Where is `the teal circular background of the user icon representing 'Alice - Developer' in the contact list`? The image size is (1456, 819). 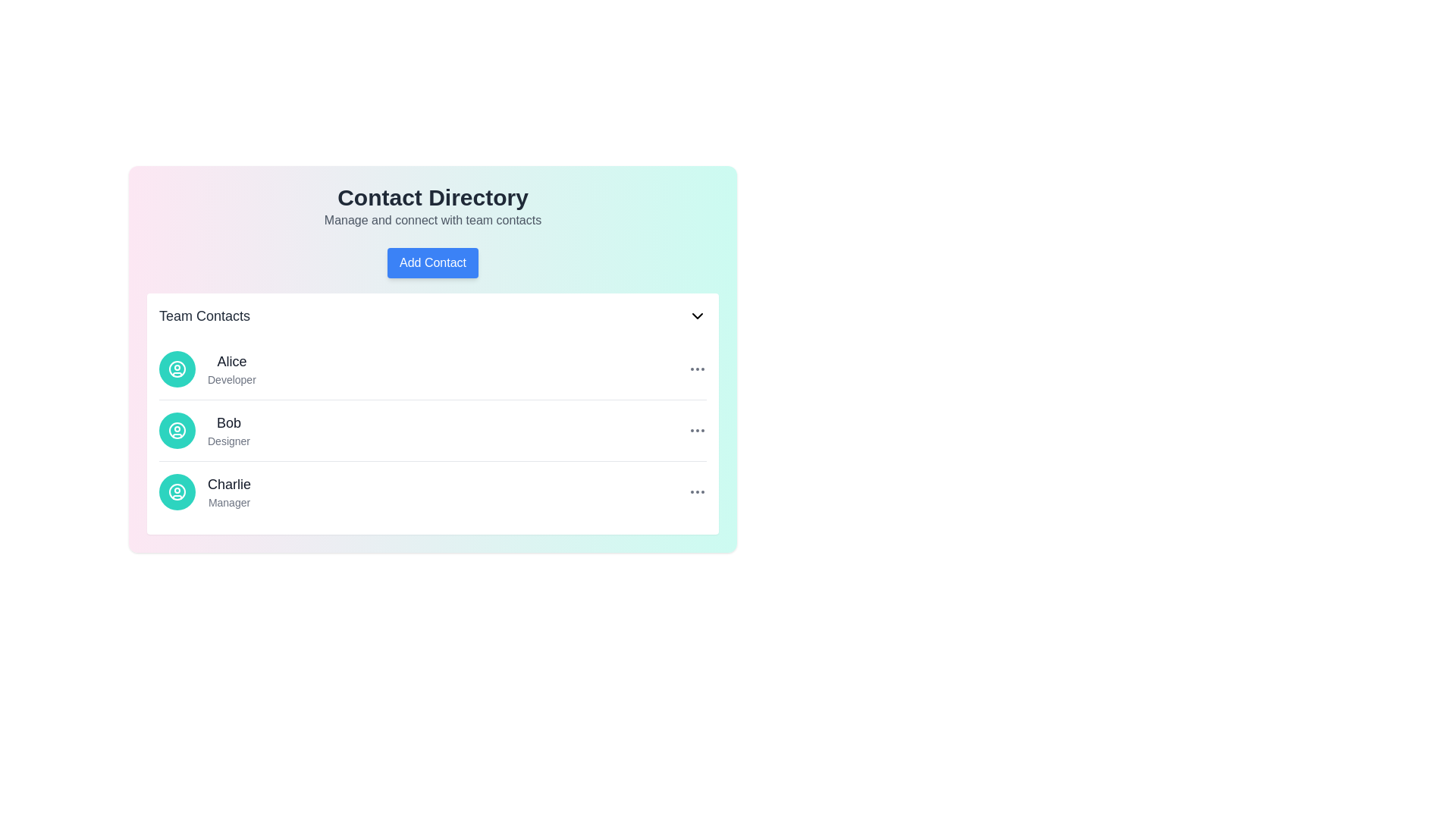
the teal circular background of the user icon representing 'Alice - Developer' in the contact list is located at coordinates (177, 369).